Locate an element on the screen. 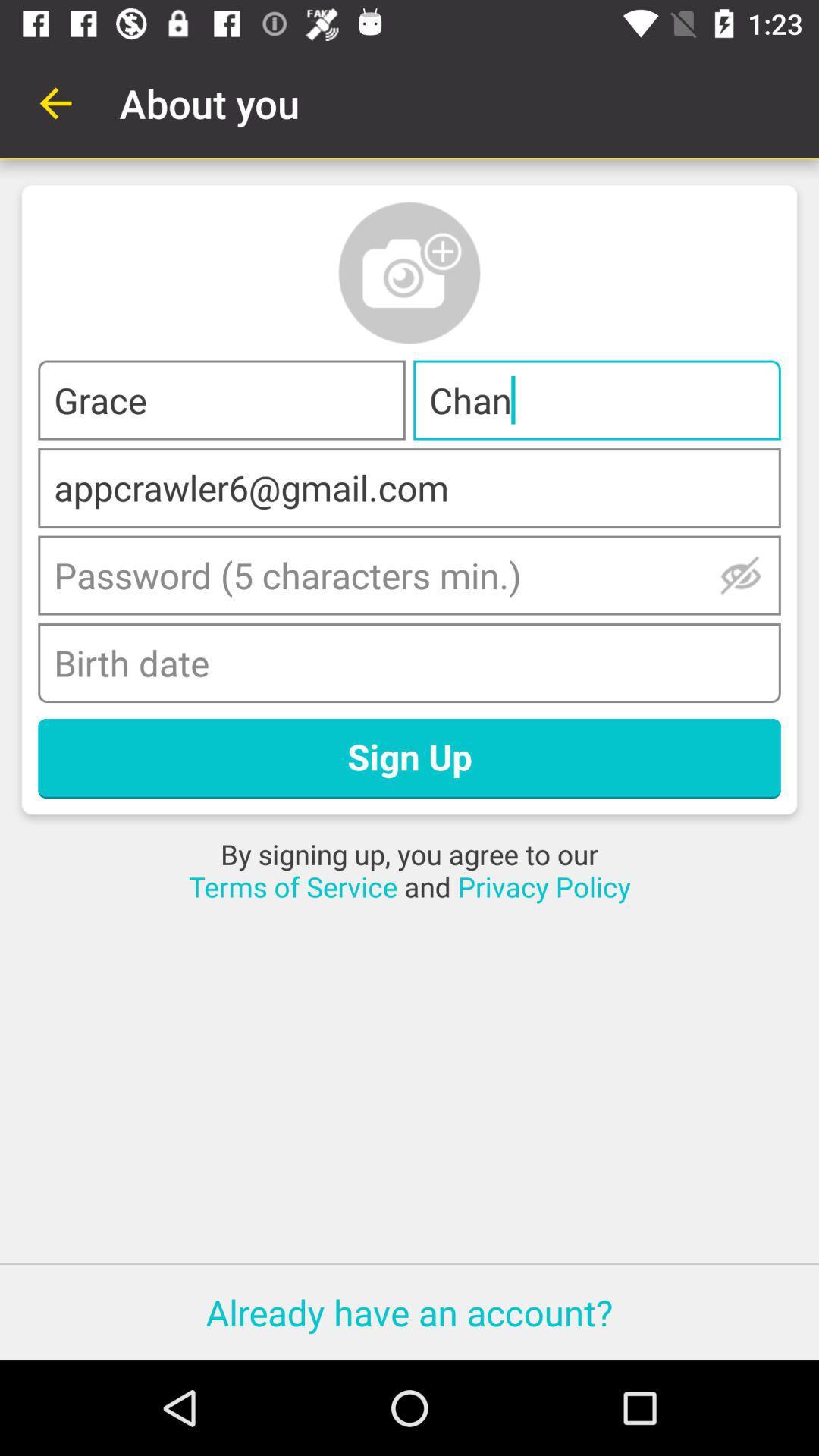 Image resolution: width=819 pixels, height=1456 pixels. password is located at coordinates (740, 574).